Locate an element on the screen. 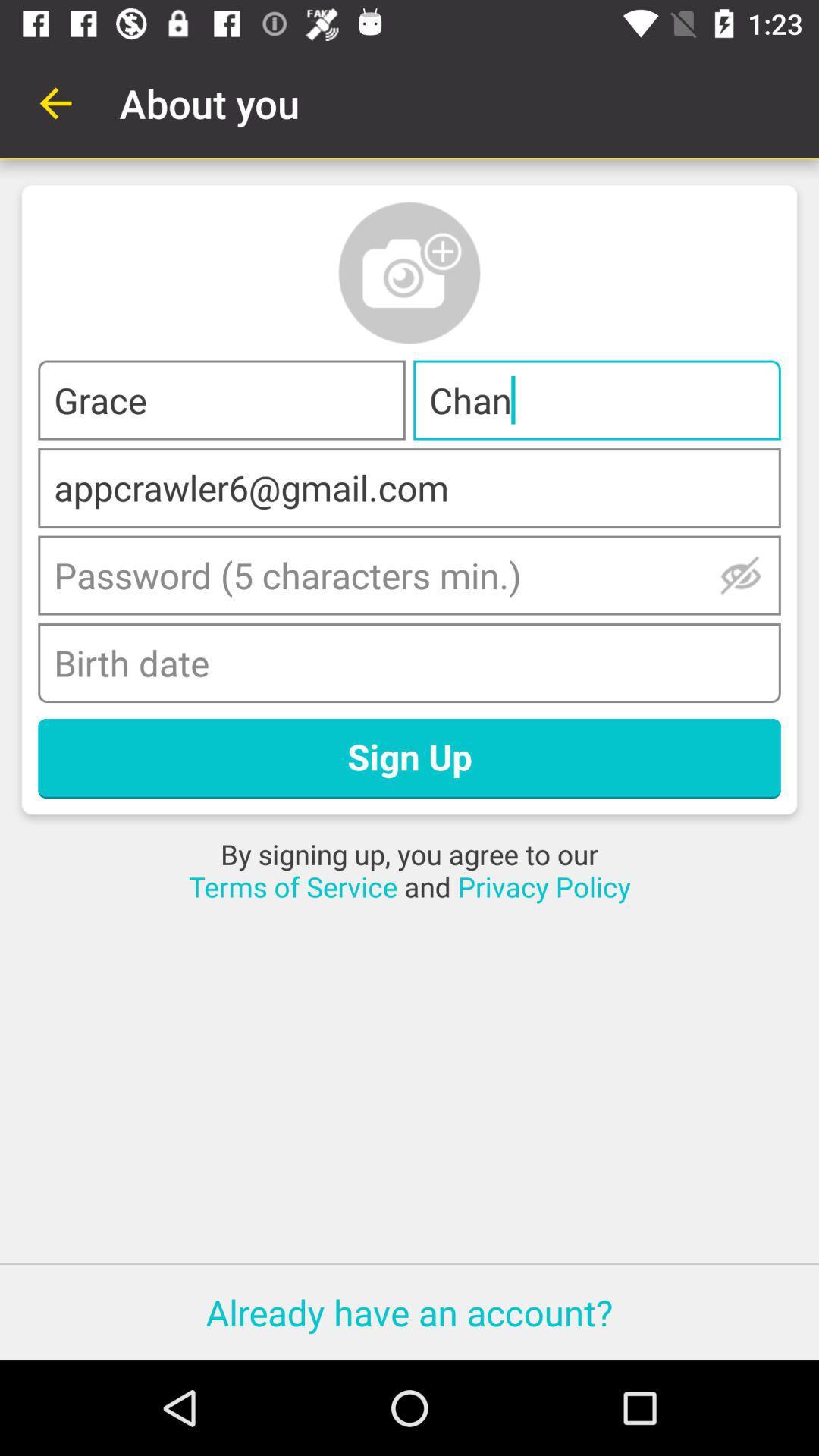 Image resolution: width=819 pixels, height=1456 pixels. password is located at coordinates (740, 574).